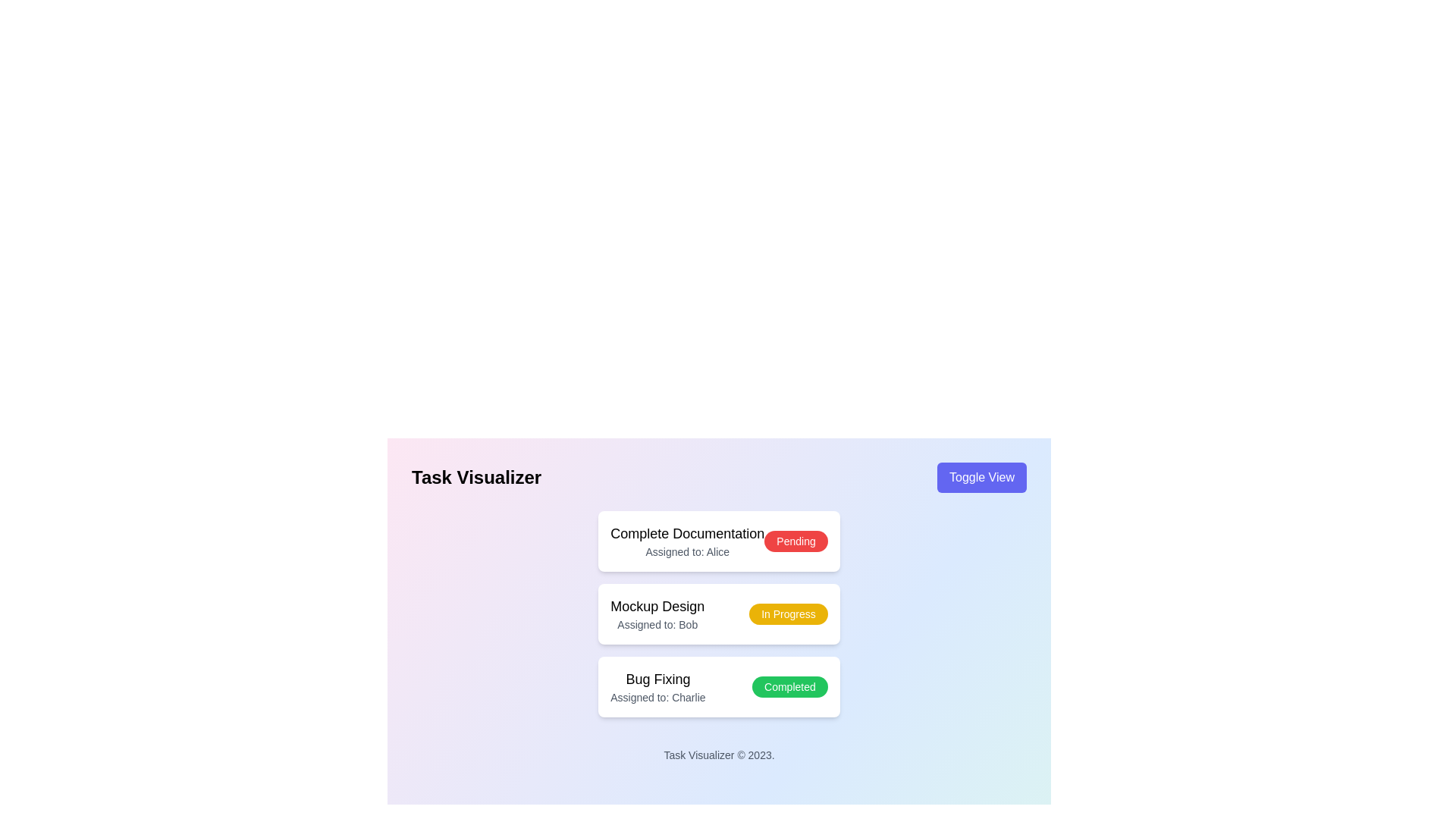 Image resolution: width=1456 pixels, height=819 pixels. I want to click on the static text label that reads 'Assigned to: Bob', which is located directly underneath the title 'Mockup Design' within the task card, so click(657, 625).